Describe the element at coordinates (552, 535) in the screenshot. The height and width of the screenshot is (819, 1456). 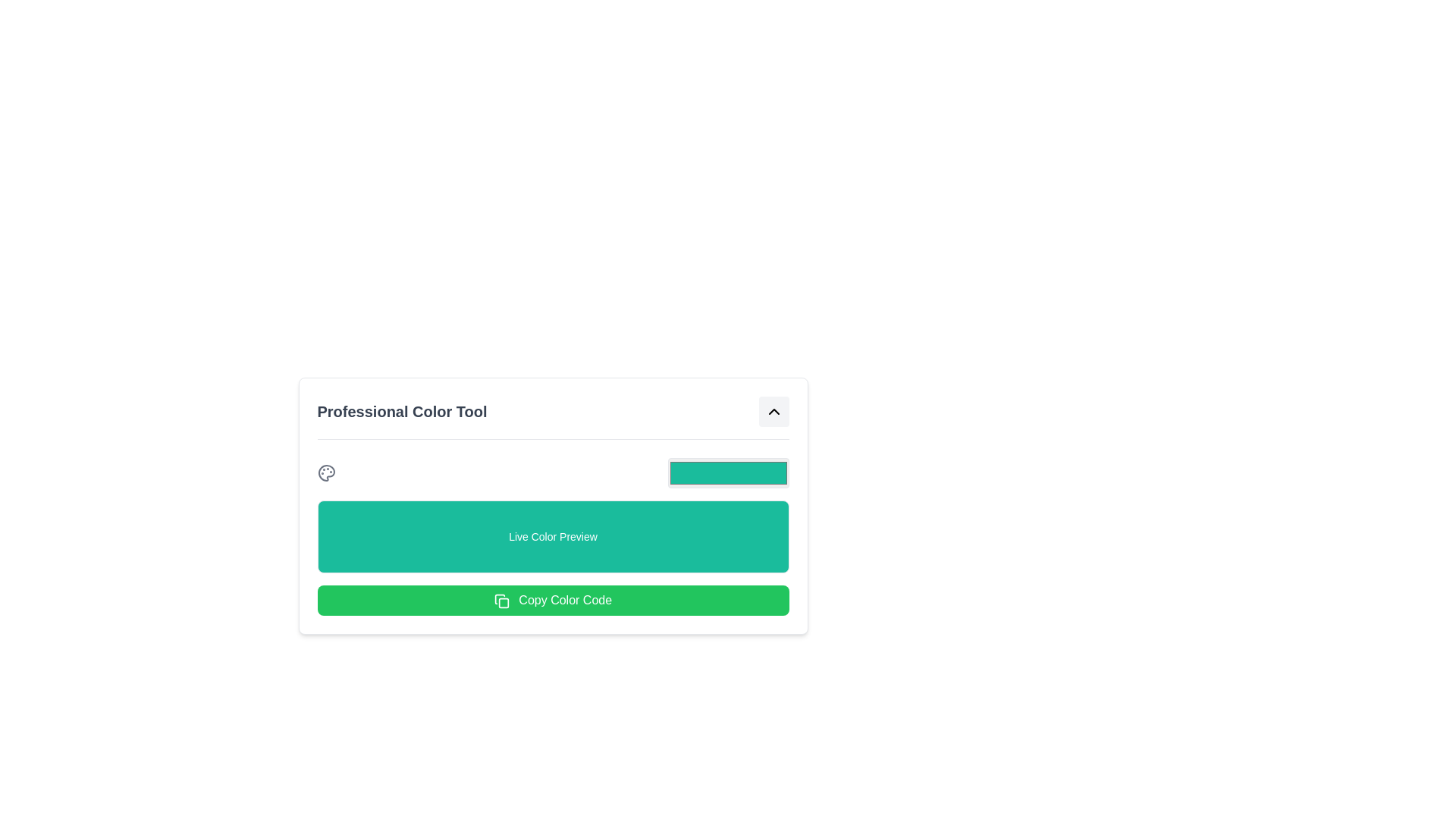
I see `the color tool panel located at the center of the interface` at that location.